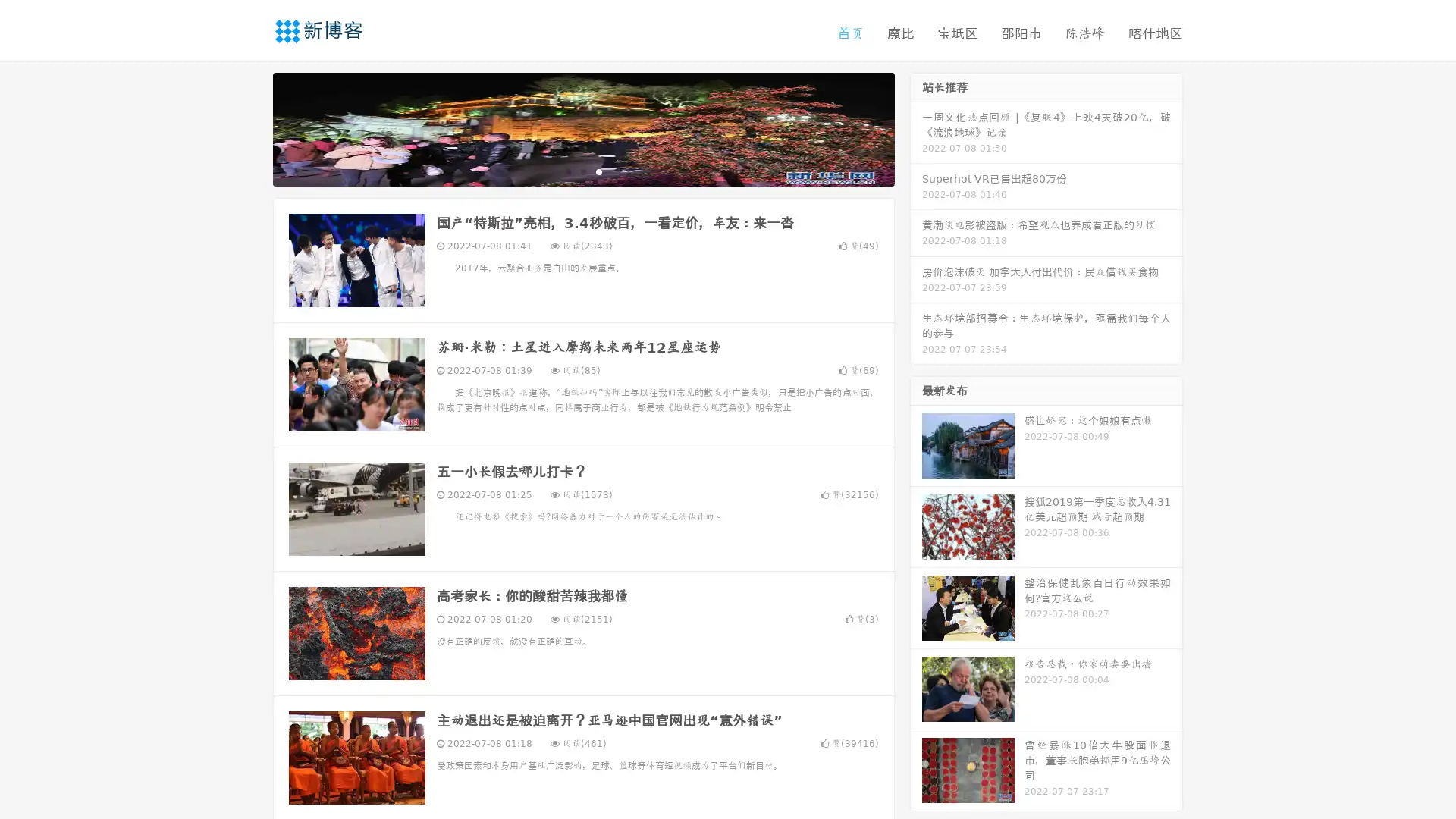 This screenshot has width=1456, height=819. Describe the element at coordinates (916, 127) in the screenshot. I see `Next slide` at that location.